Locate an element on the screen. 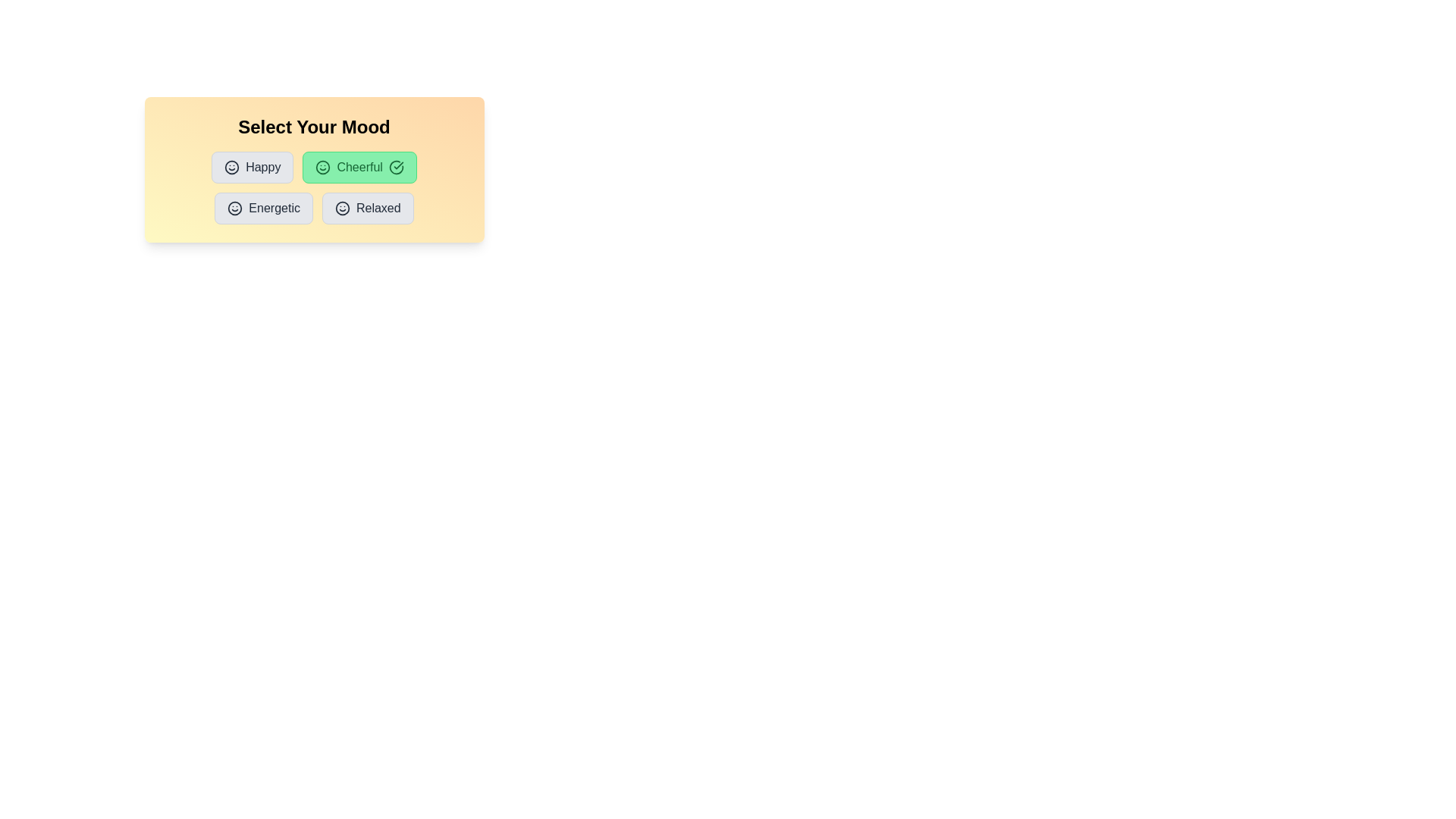 The width and height of the screenshot is (1456, 819). the mood chip labeled Relaxed is located at coordinates (368, 208).